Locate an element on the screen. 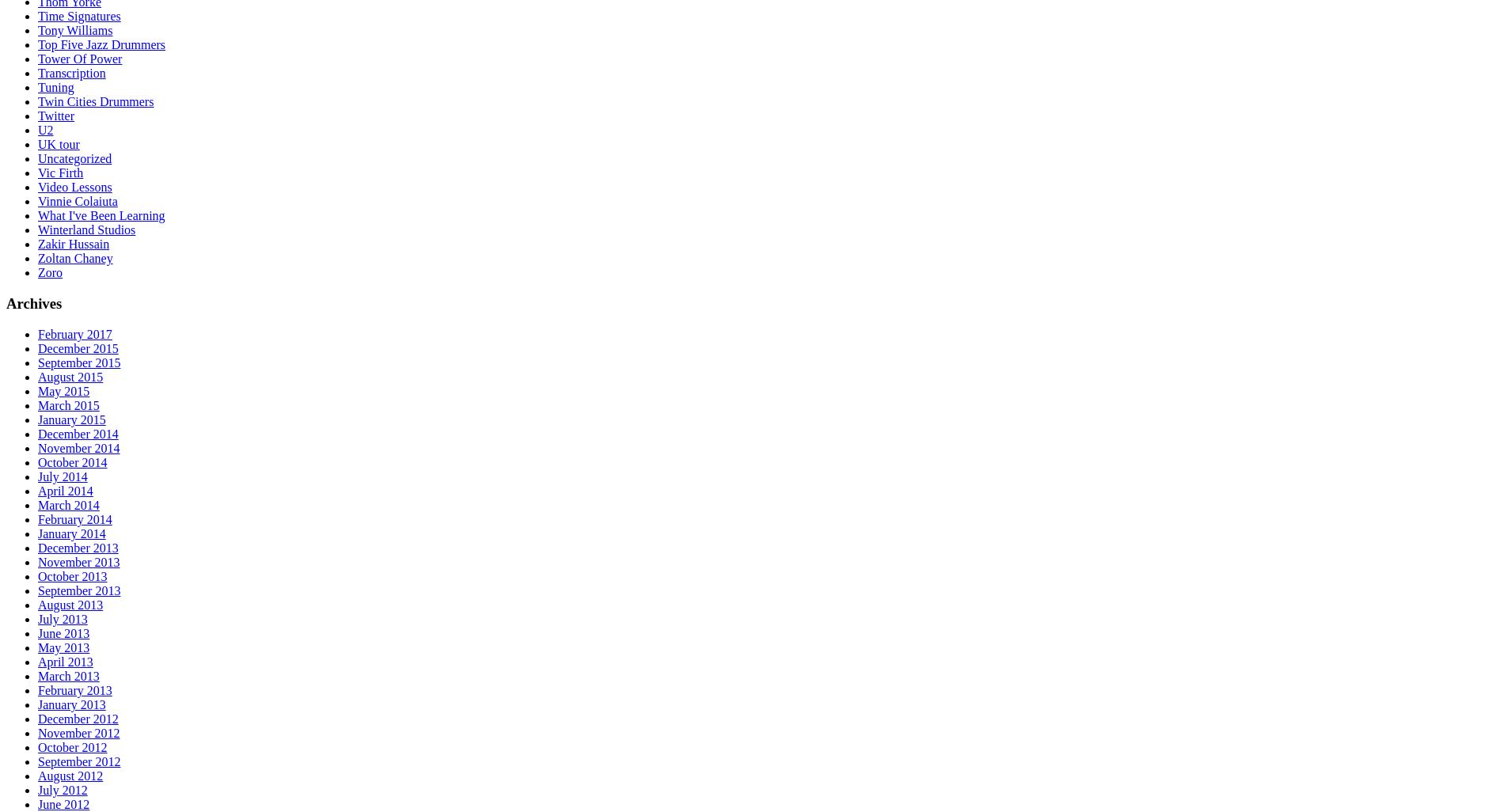 The width and height of the screenshot is (1504, 812). 'September 2013' is located at coordinates (78, 590).